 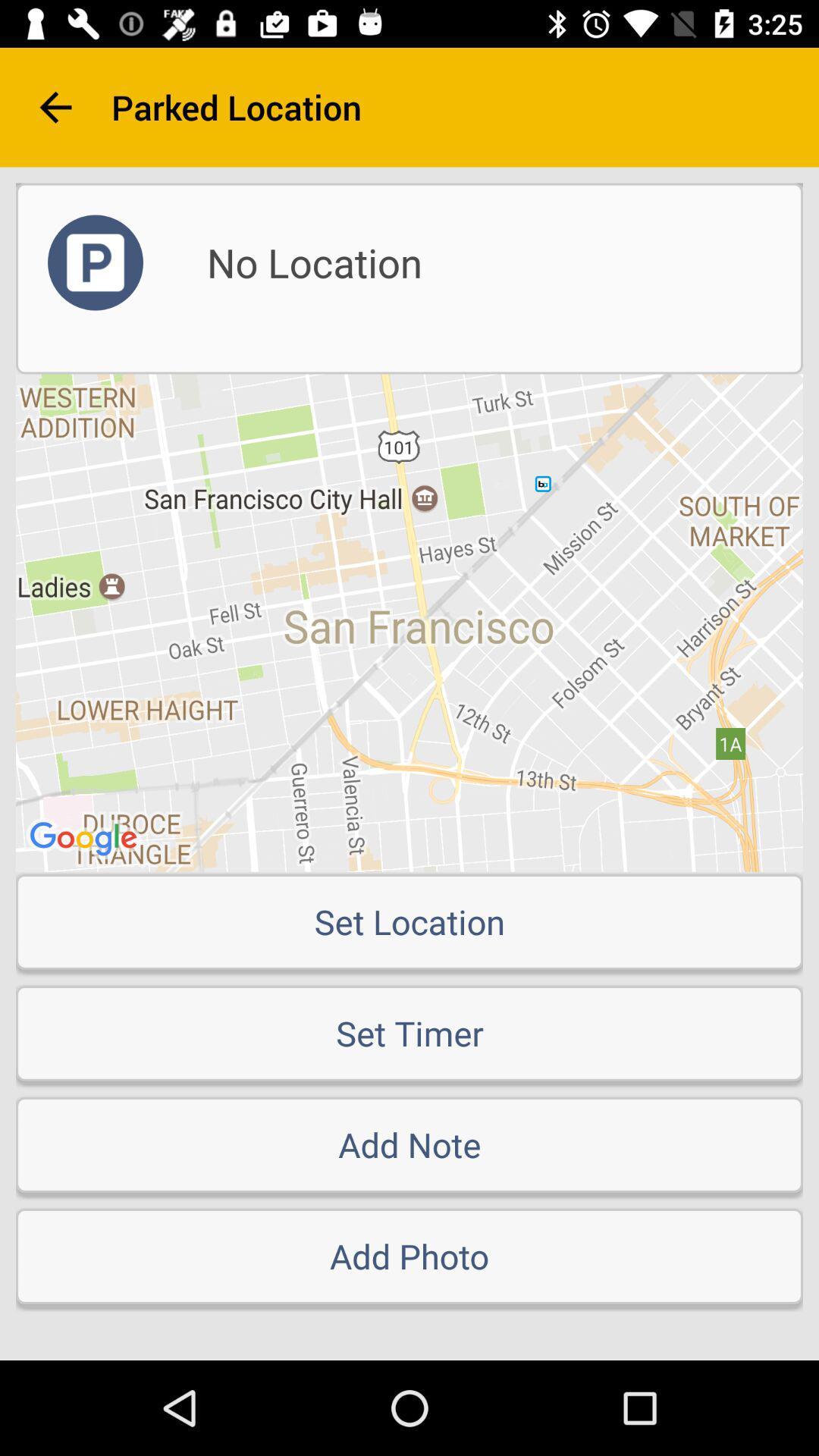 I want to click on the item above the add photo, so click(x=409, y=1144).